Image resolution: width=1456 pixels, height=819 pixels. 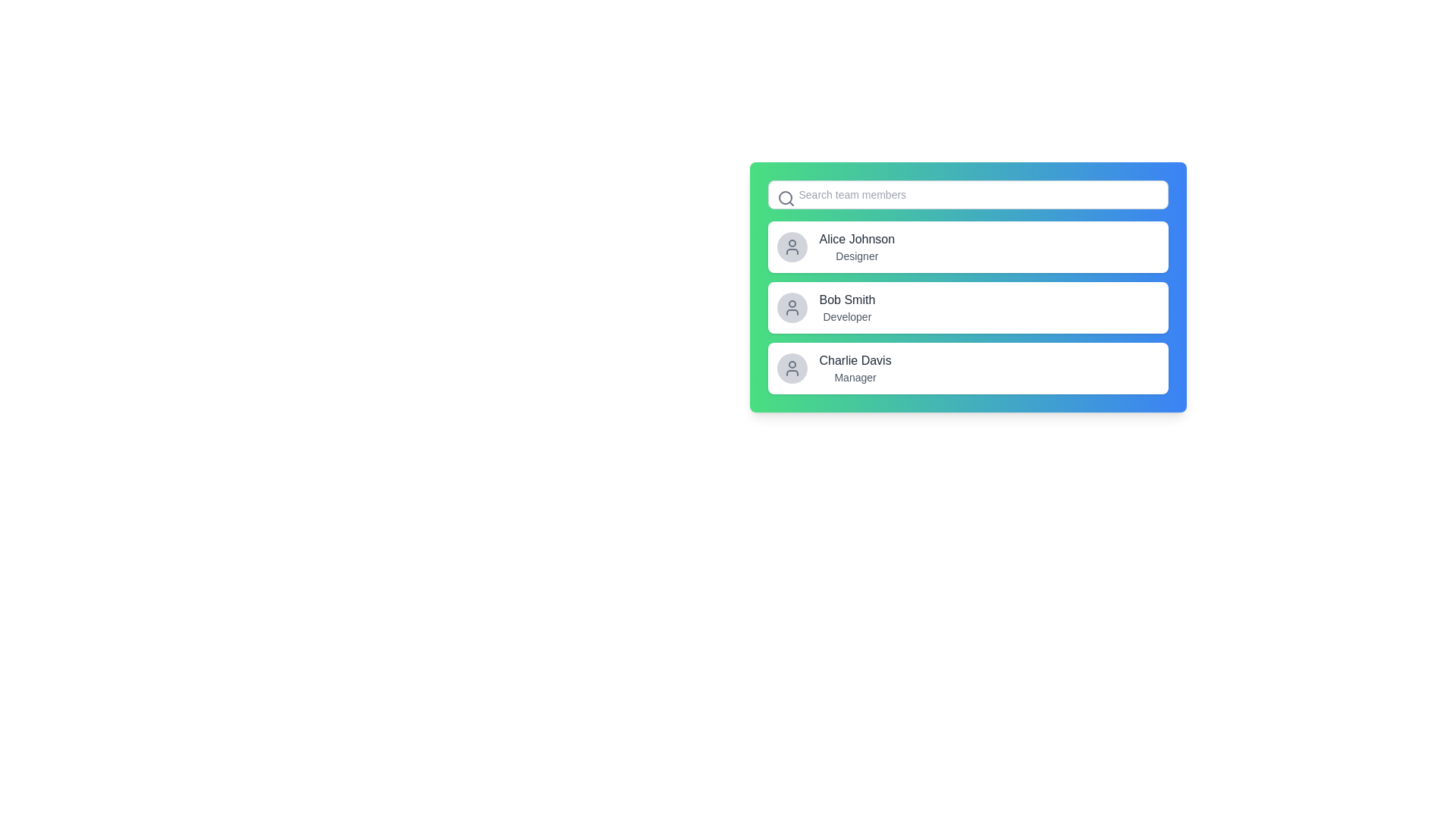 I want to click on the circular shape within the magnifying glass icon, which is part of the search bar located at the top of the green-to-blue gradient rectangular frame, so click(x=785, y=197).